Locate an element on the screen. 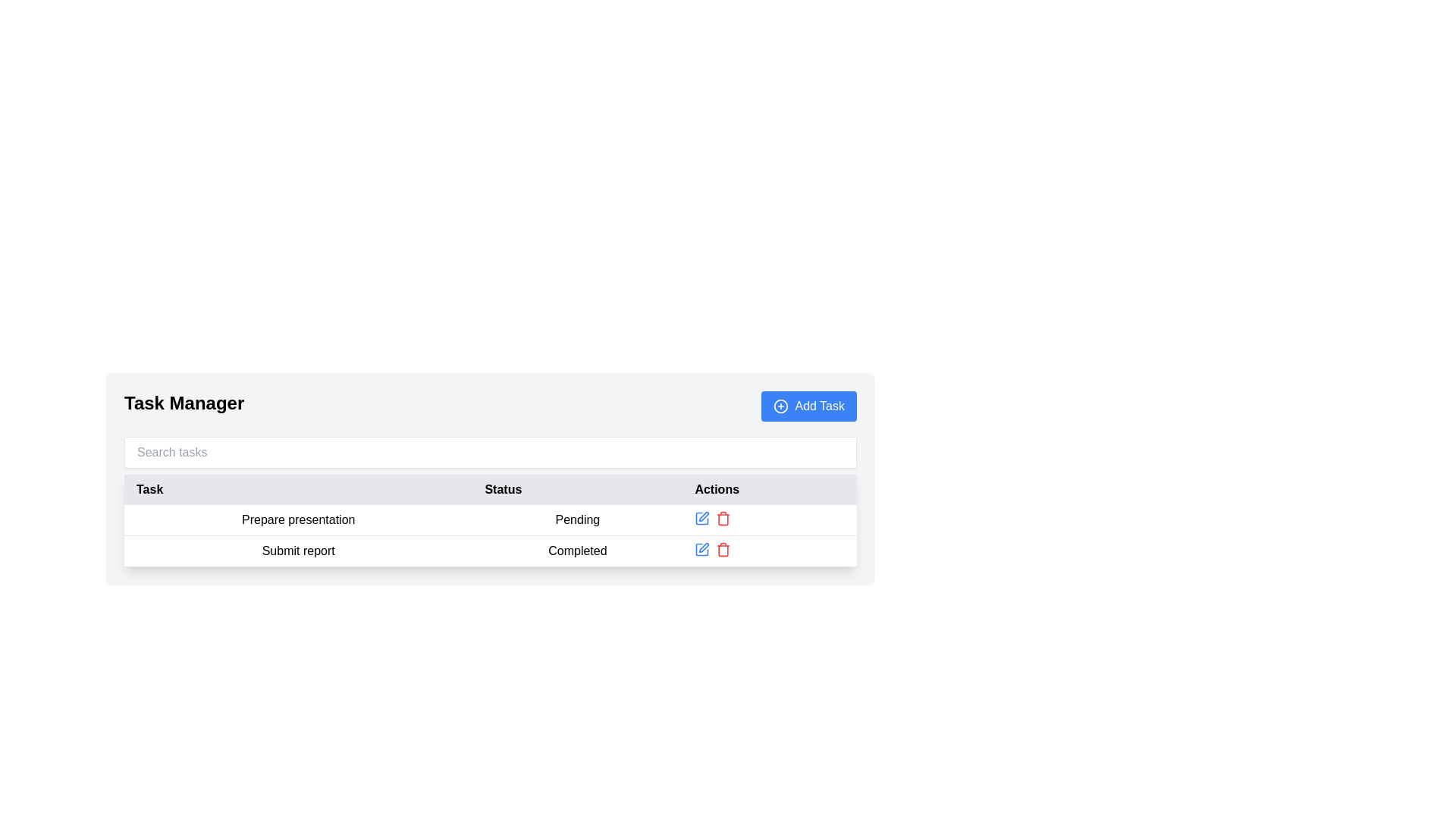 The image size is (1456, 819). the delete icon located as the second icon from the right in the 'Actions' column of the 'Submit report' row is located at coordinates (723, 517).